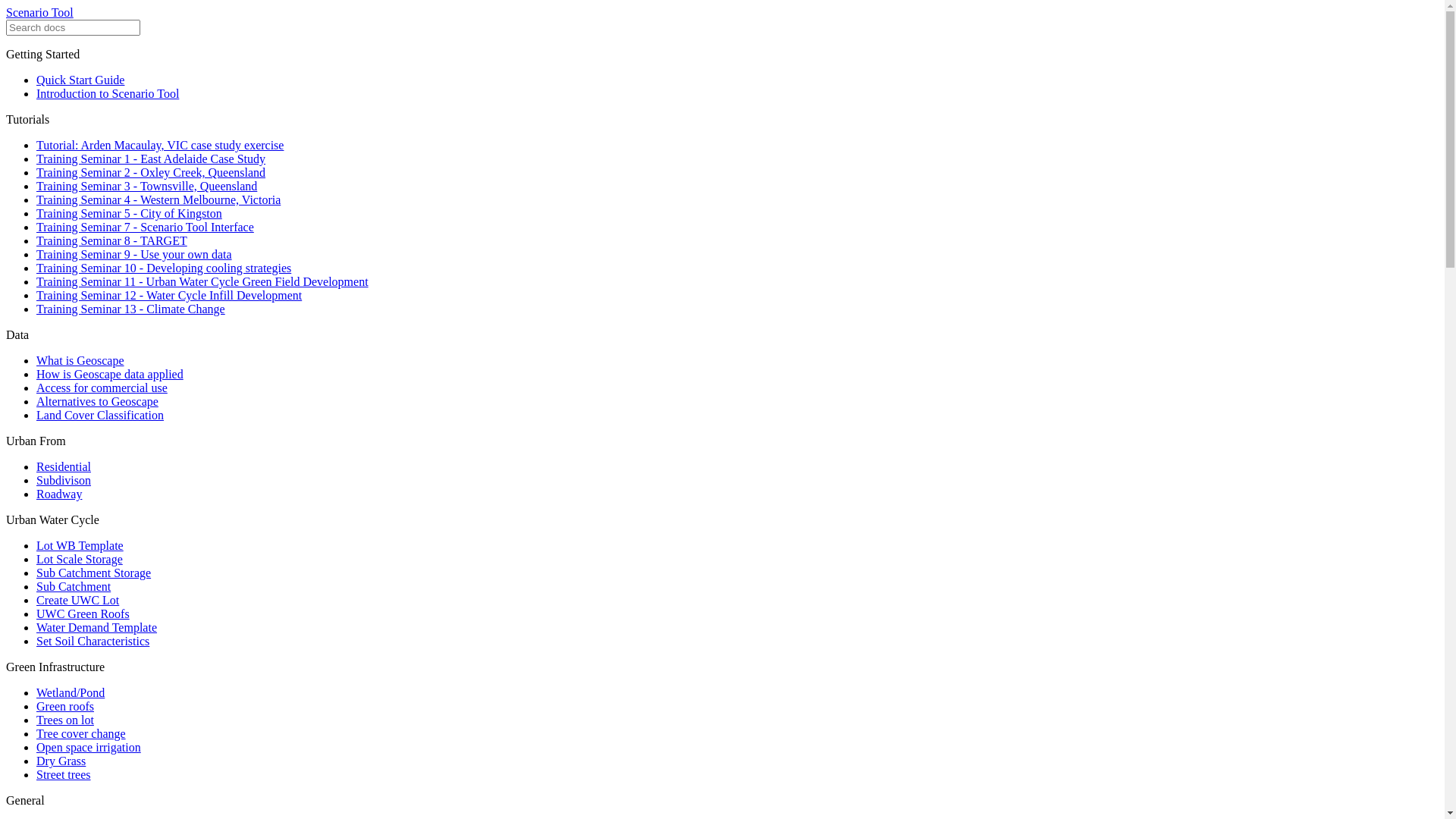 This screenshot has height=819, width=1456. Describe the element at coordinates (62, 774) in the screenshot. I see `'Street trees'` at that location.